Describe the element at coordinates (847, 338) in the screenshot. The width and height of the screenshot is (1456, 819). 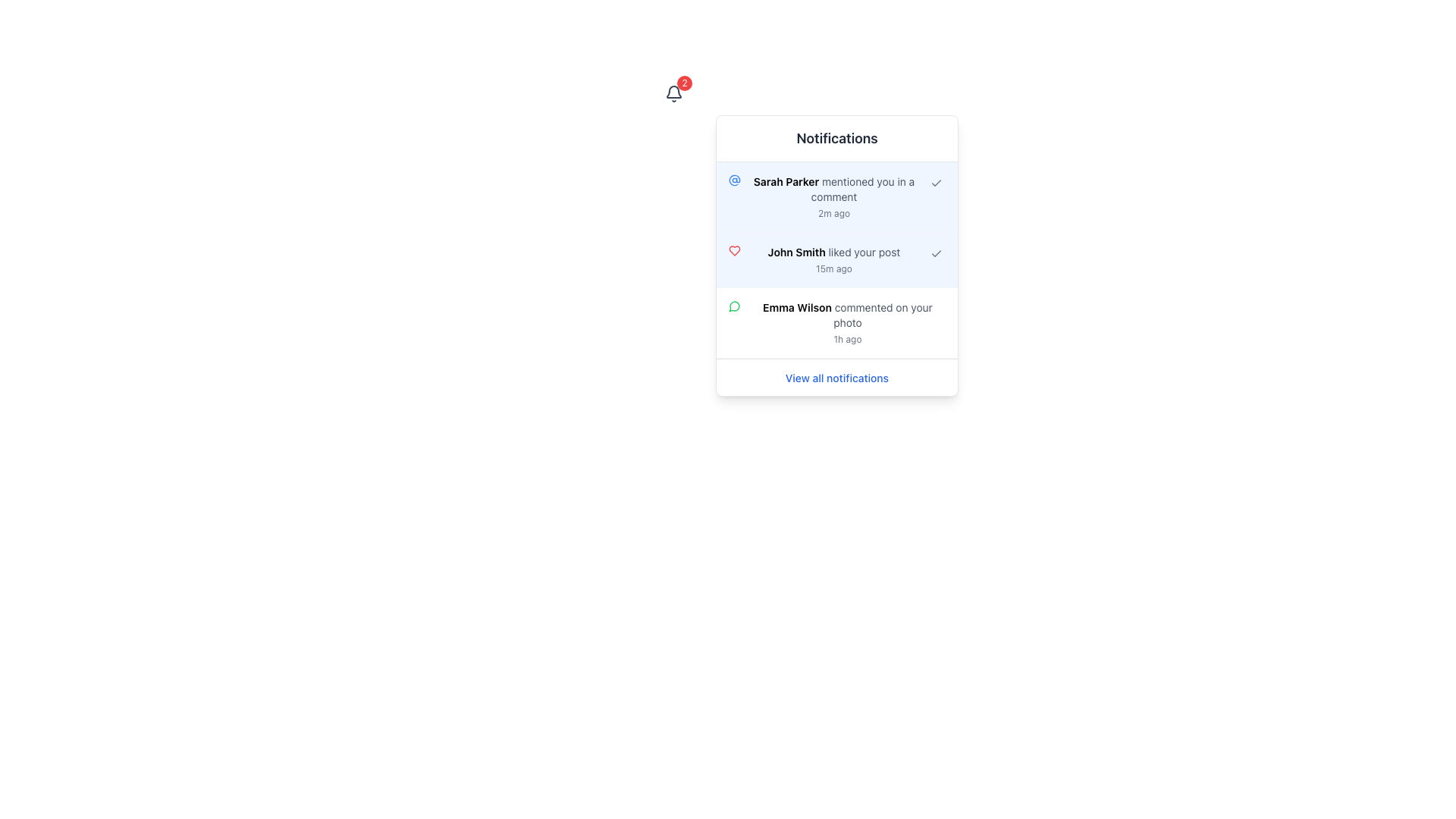
I see `displayed text on the Text Label that indicates the time elapsed since the activity, located below 'Emma Wilson commented on your photo.'` at that location.